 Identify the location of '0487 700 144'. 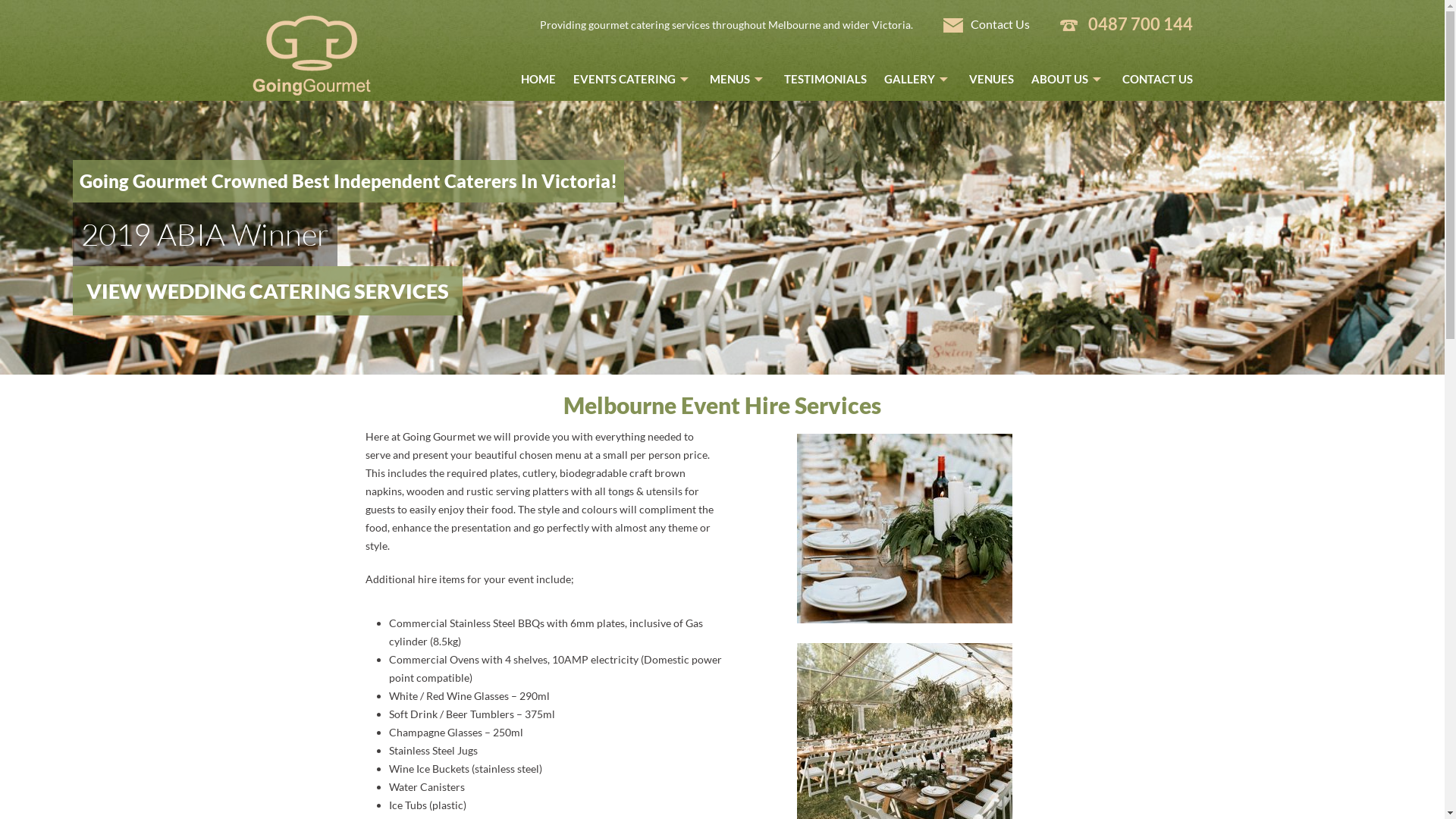
(1139, 24).